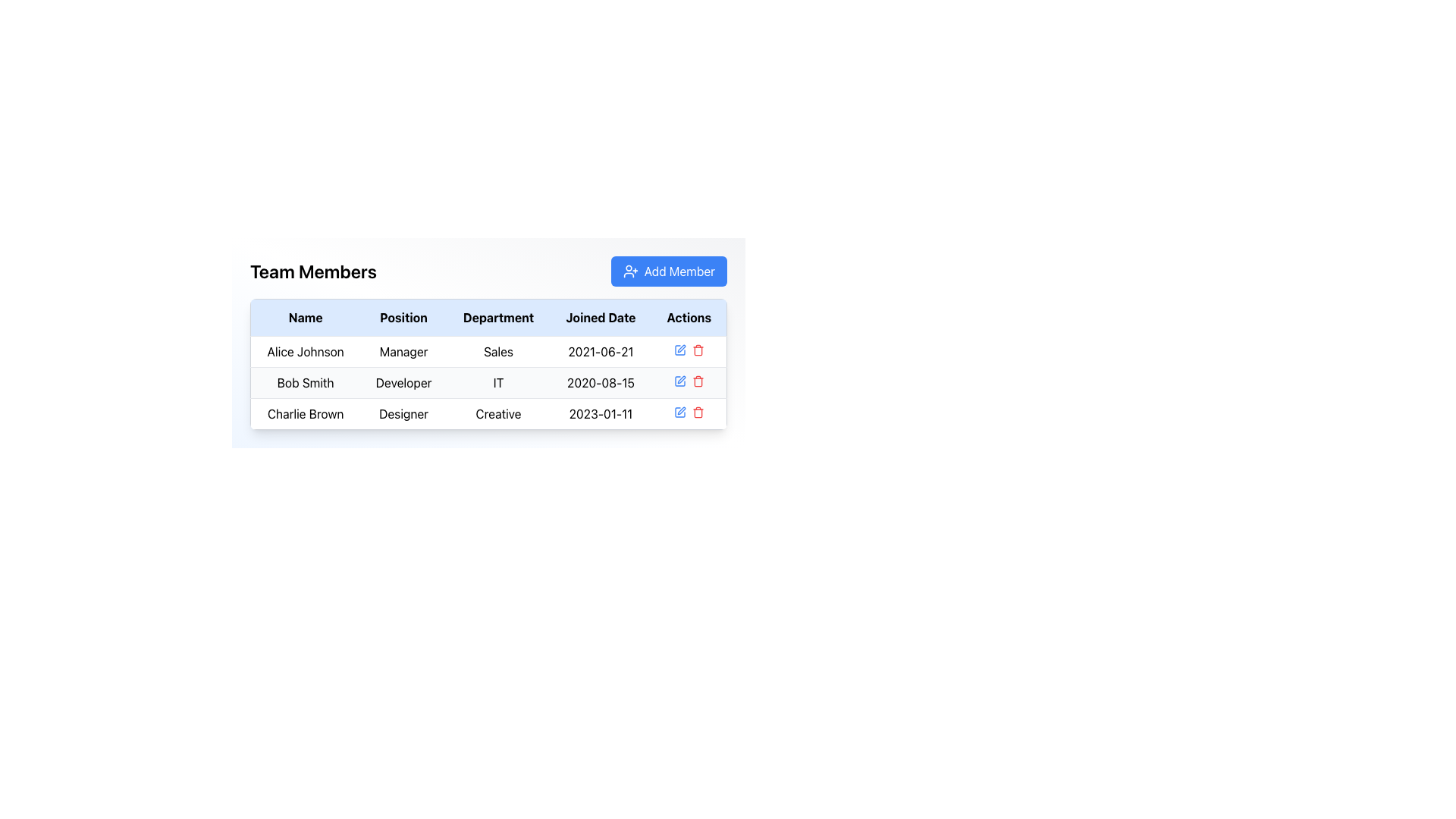 The height and width of the screenshot is (819, 1456). I want to click on the interactive trash can icon button located in the 'Actions' column of the second row in the team members' data table, so click(697, 380).